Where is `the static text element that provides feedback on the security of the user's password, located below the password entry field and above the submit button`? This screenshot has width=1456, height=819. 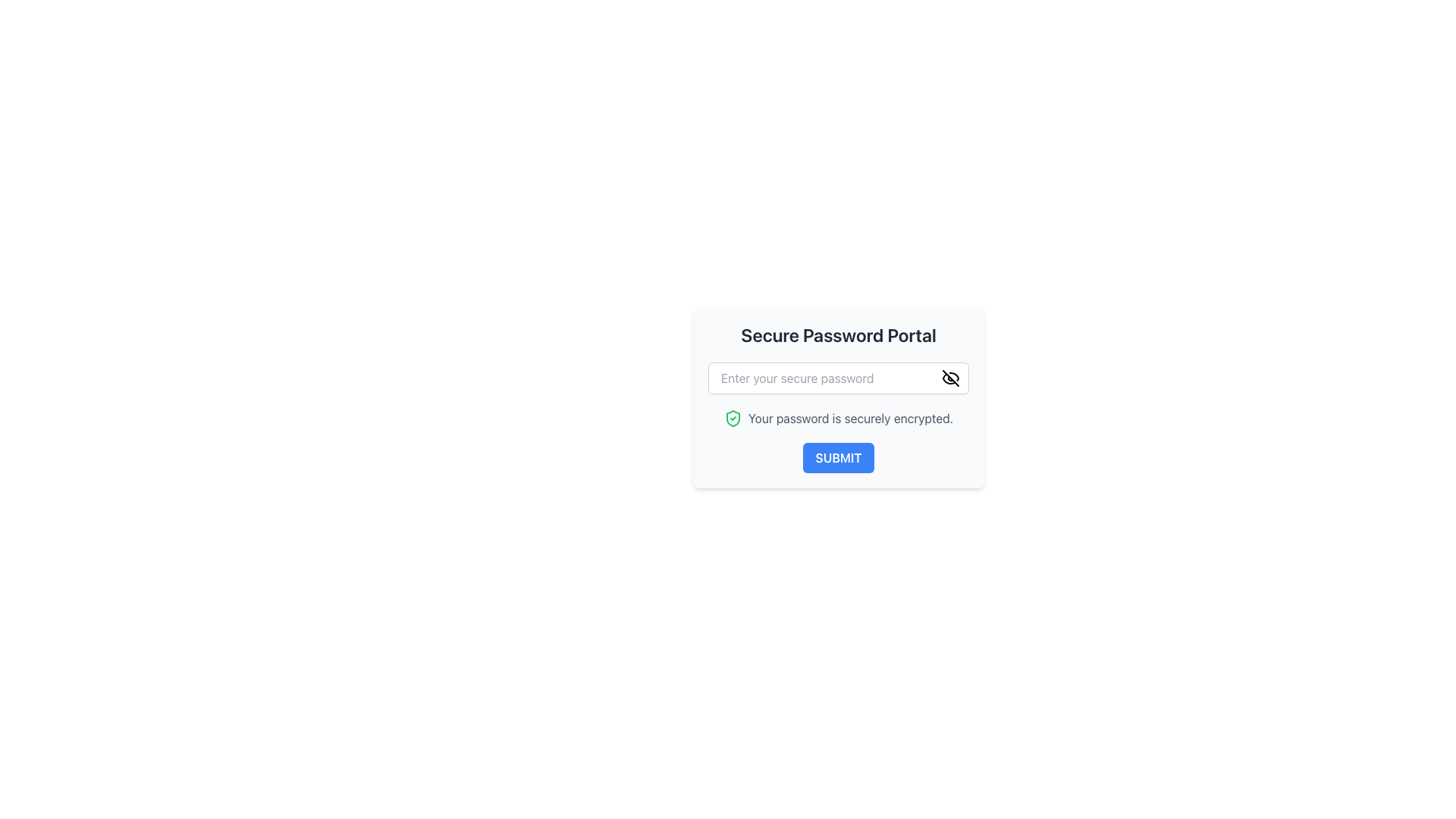
the static text element that provides feedback on the security of the user's password, located below the password entry field and above the submit button is located at coordinates (851, 418).